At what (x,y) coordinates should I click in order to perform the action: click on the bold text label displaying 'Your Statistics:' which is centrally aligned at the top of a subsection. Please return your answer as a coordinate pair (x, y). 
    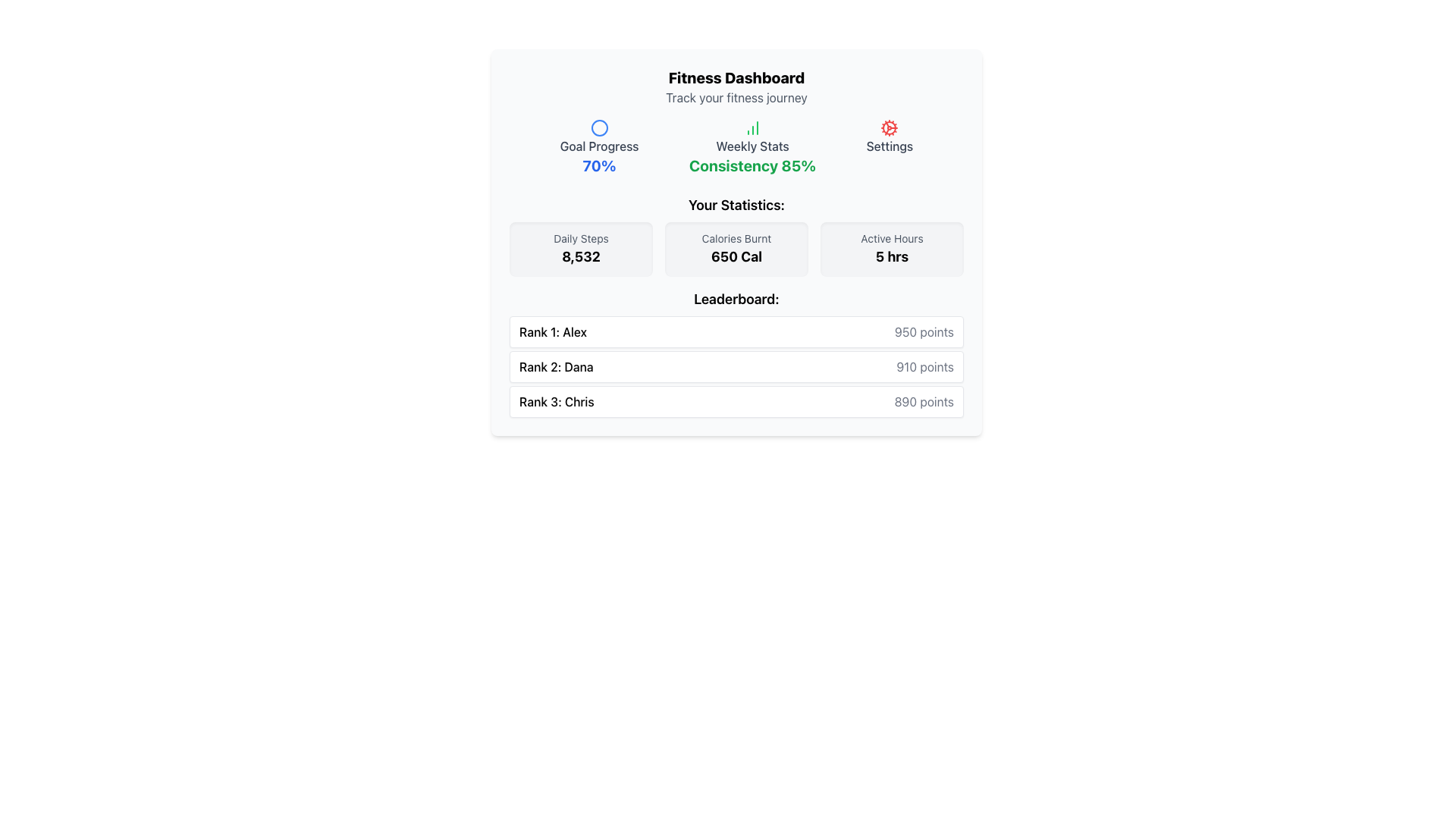
    Looking at the image, I should click on (736, 205).